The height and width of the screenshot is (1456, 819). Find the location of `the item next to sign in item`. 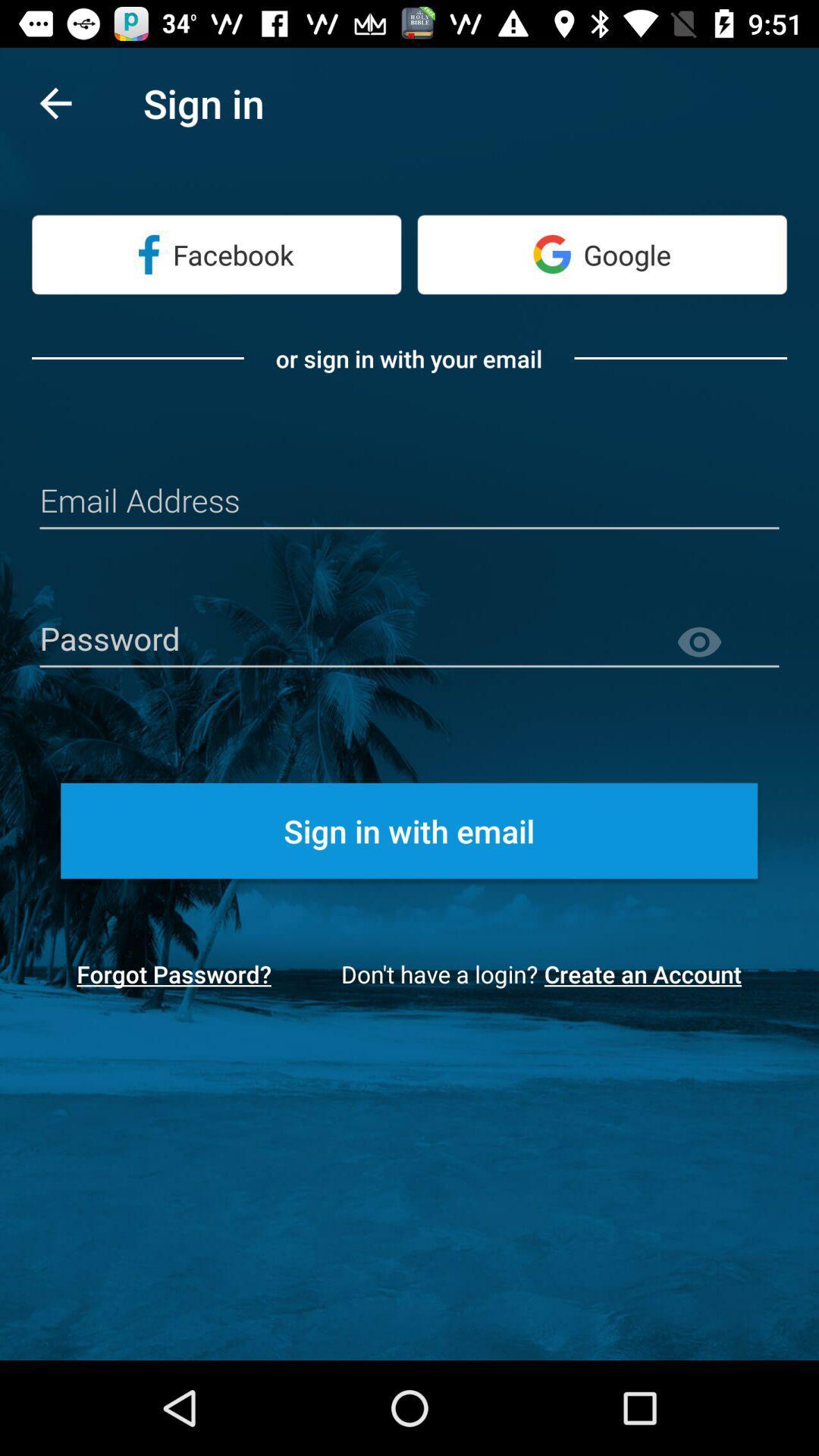

the item next to sign in item is located at coordinates (55, 102).